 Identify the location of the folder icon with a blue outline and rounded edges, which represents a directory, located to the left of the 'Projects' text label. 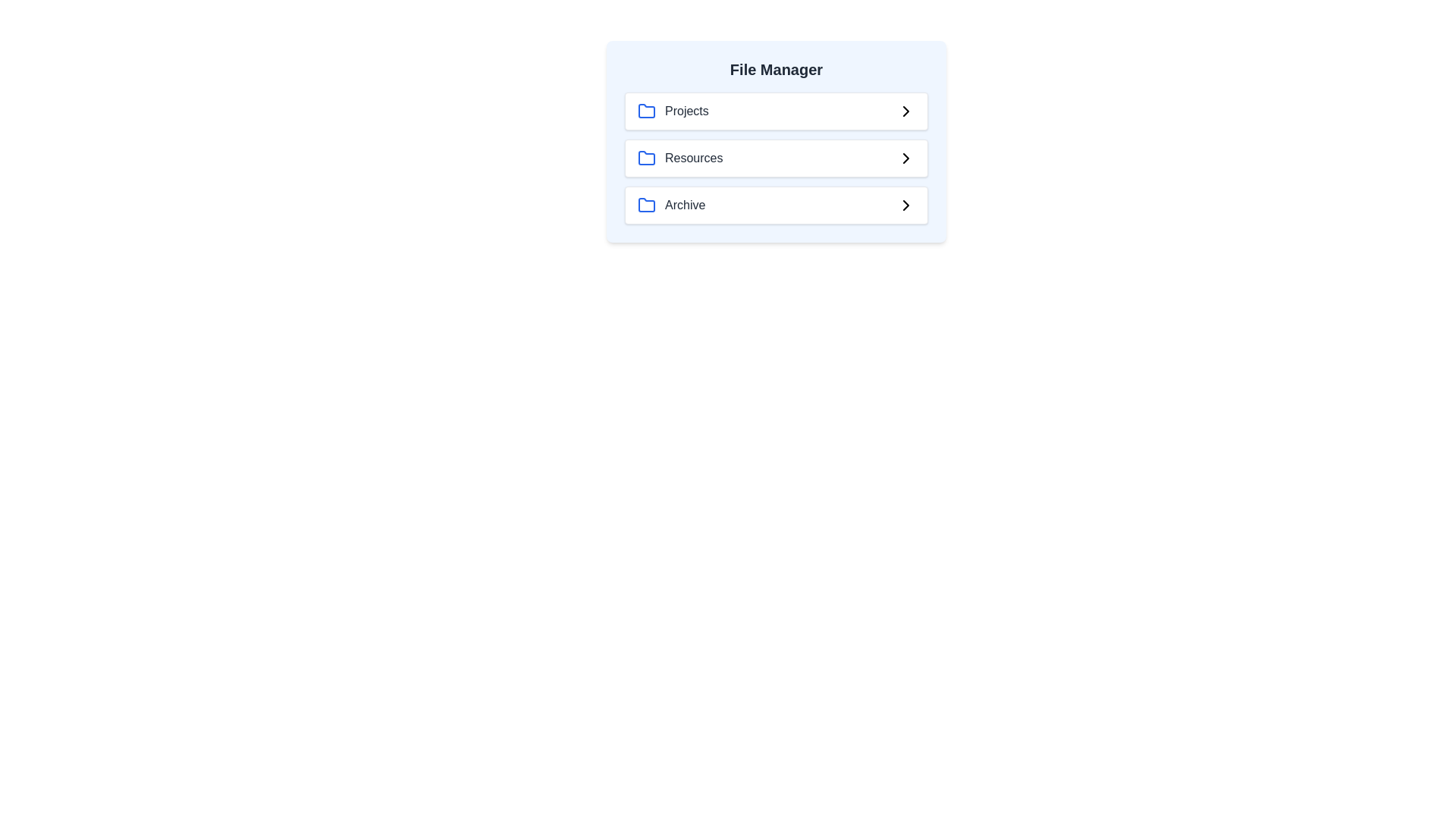
(647, 110).